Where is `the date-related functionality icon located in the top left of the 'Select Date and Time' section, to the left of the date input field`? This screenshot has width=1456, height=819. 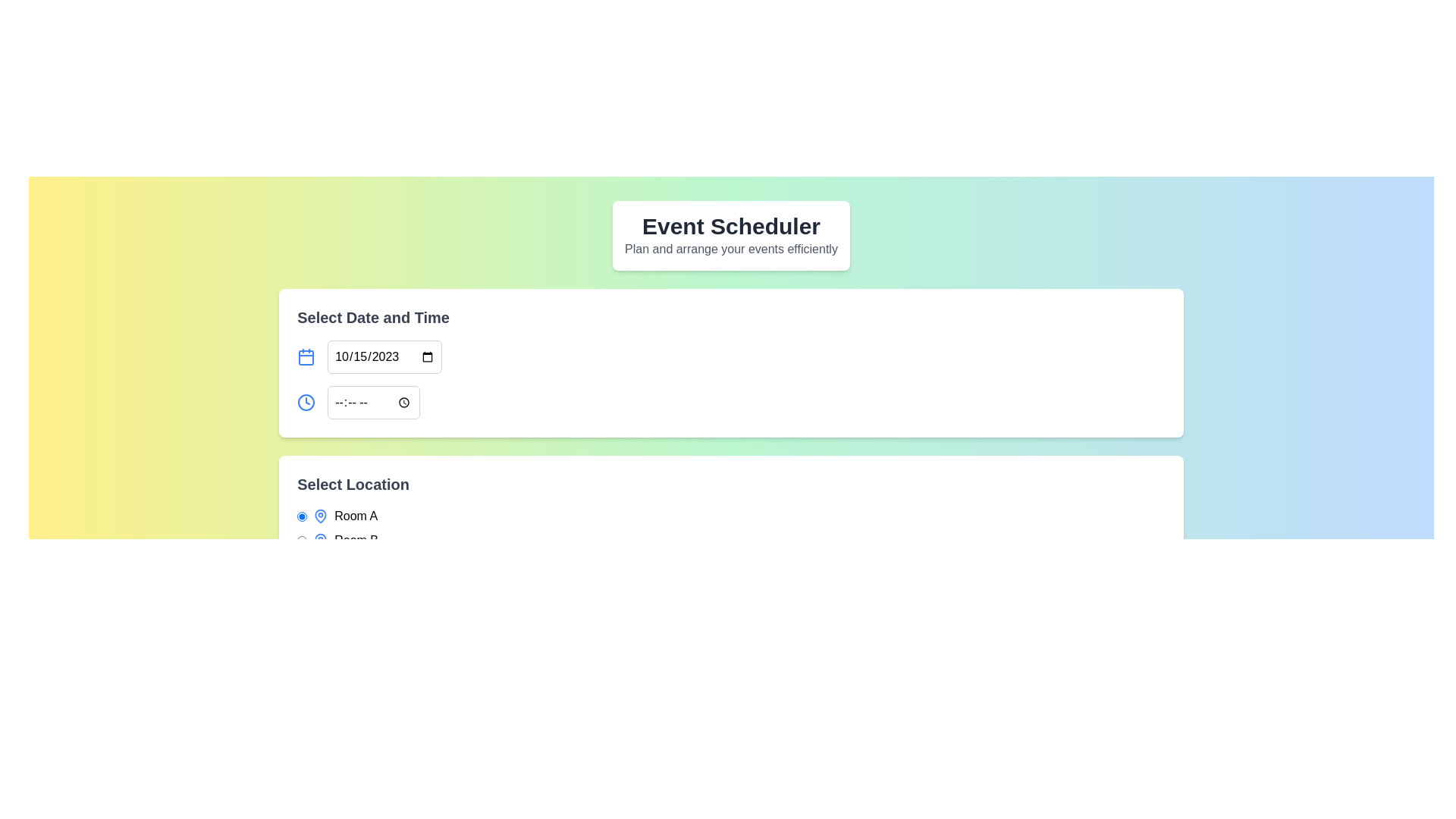
the date-related functionality icon located in the top left of the 'Select Date and Time' section, to the left of the date input field is located at coordinates (306, 356).